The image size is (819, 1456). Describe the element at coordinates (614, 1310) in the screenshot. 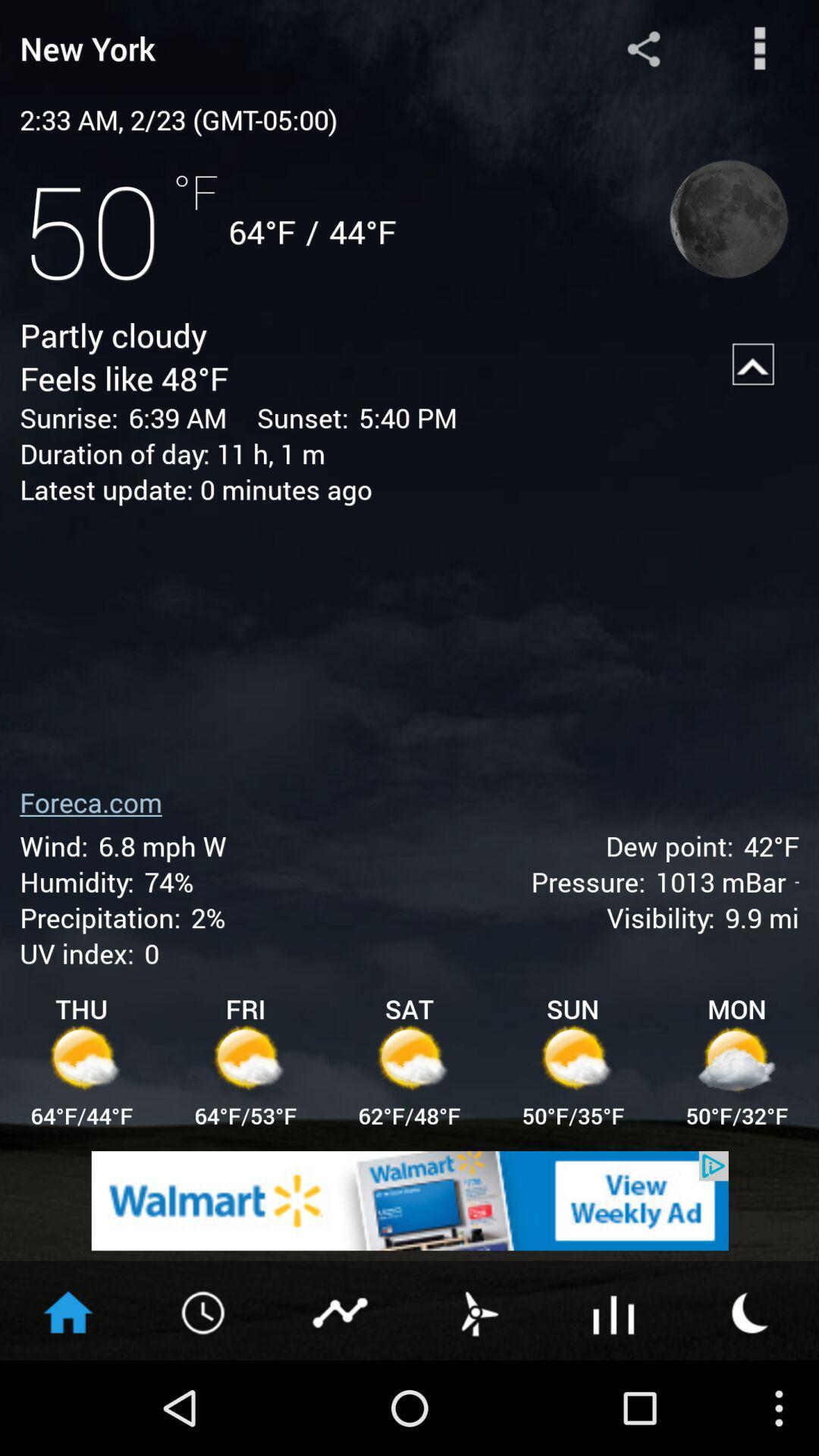

I see `the second icon from right in the bottom row beside half moon symbol` at that location.